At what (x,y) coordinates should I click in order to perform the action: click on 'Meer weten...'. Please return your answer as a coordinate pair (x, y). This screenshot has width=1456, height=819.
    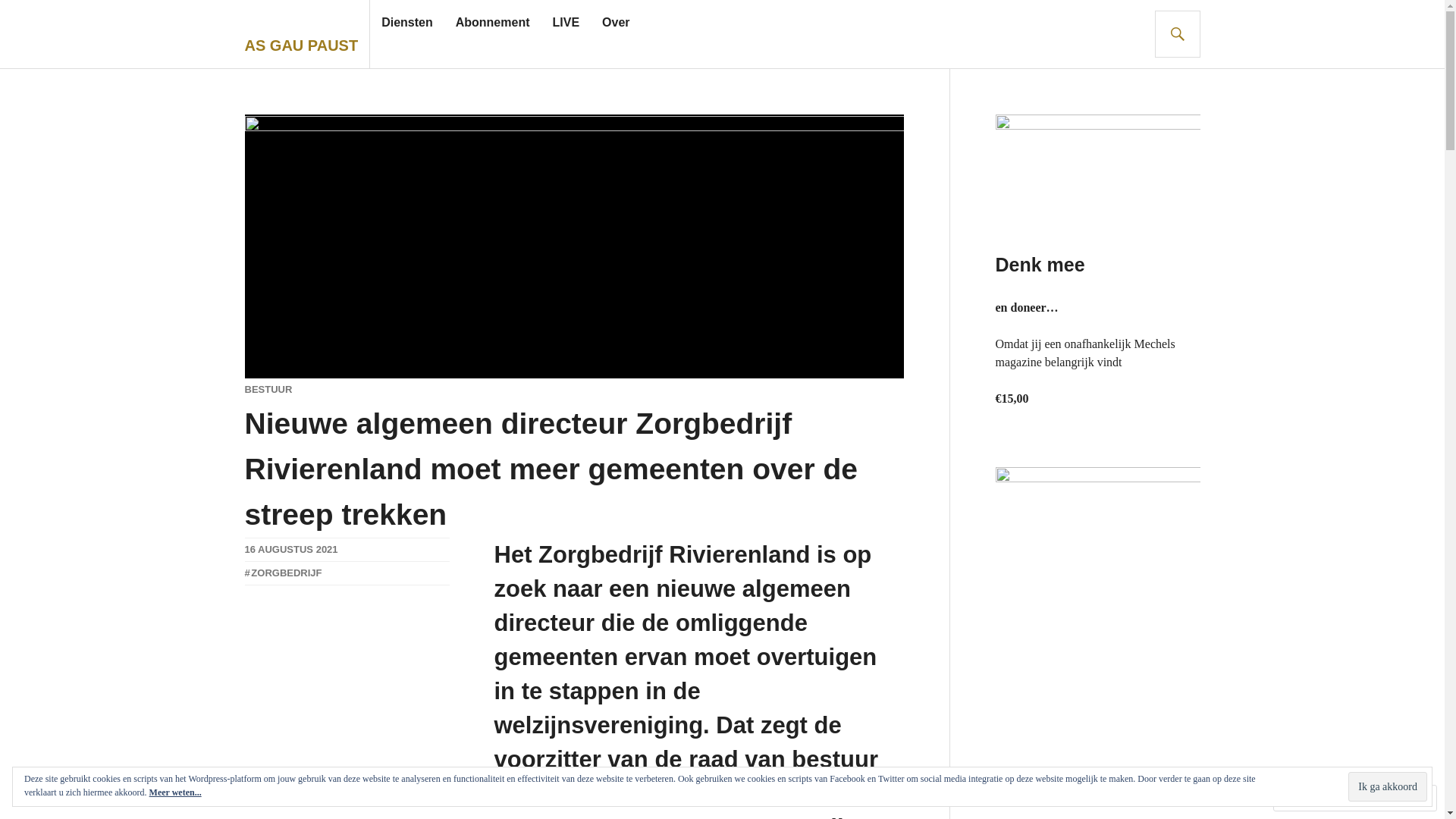
    Looking at the image, I should click on (175, 792).